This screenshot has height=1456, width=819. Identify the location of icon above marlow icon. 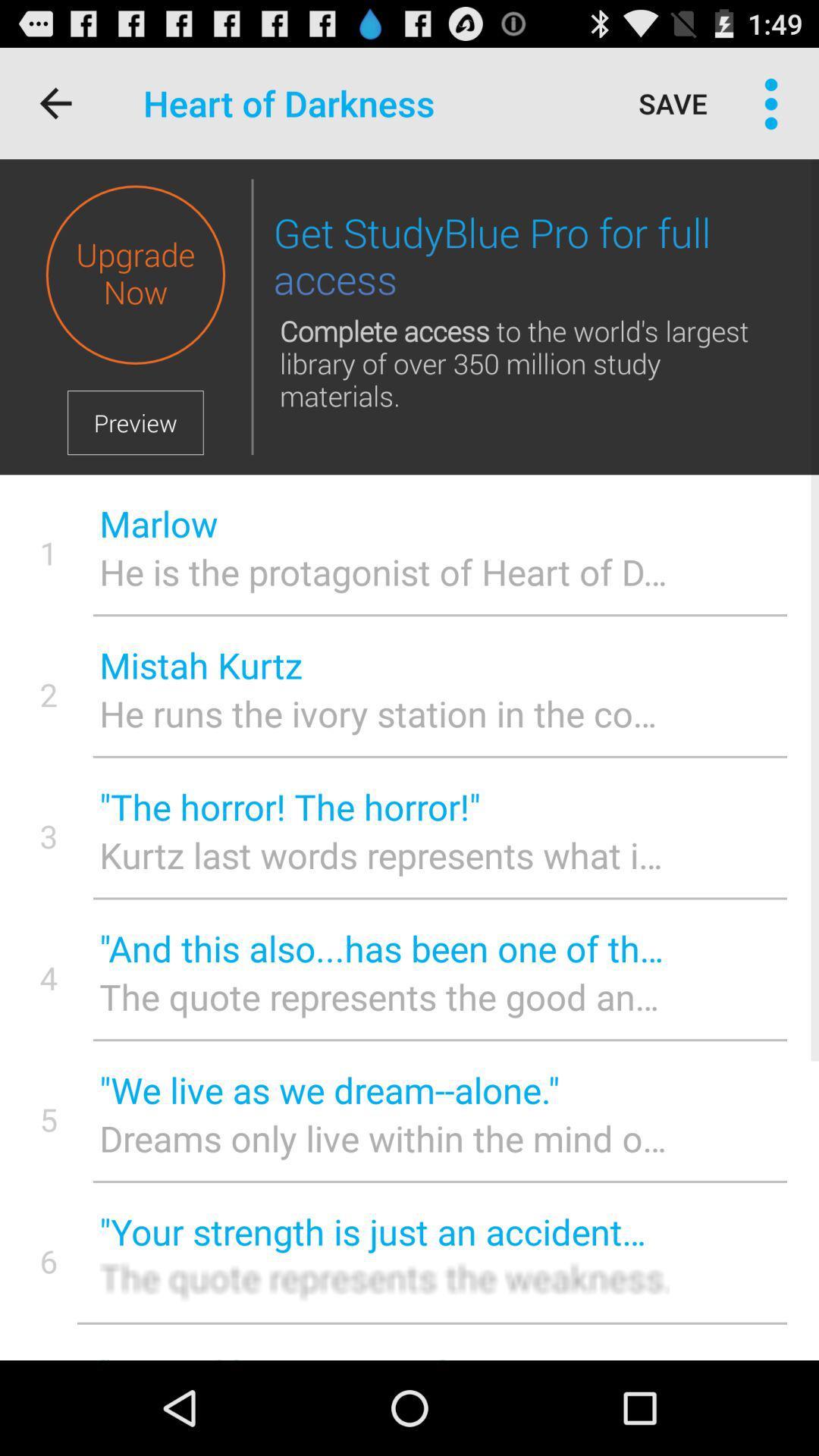
(251, 316).